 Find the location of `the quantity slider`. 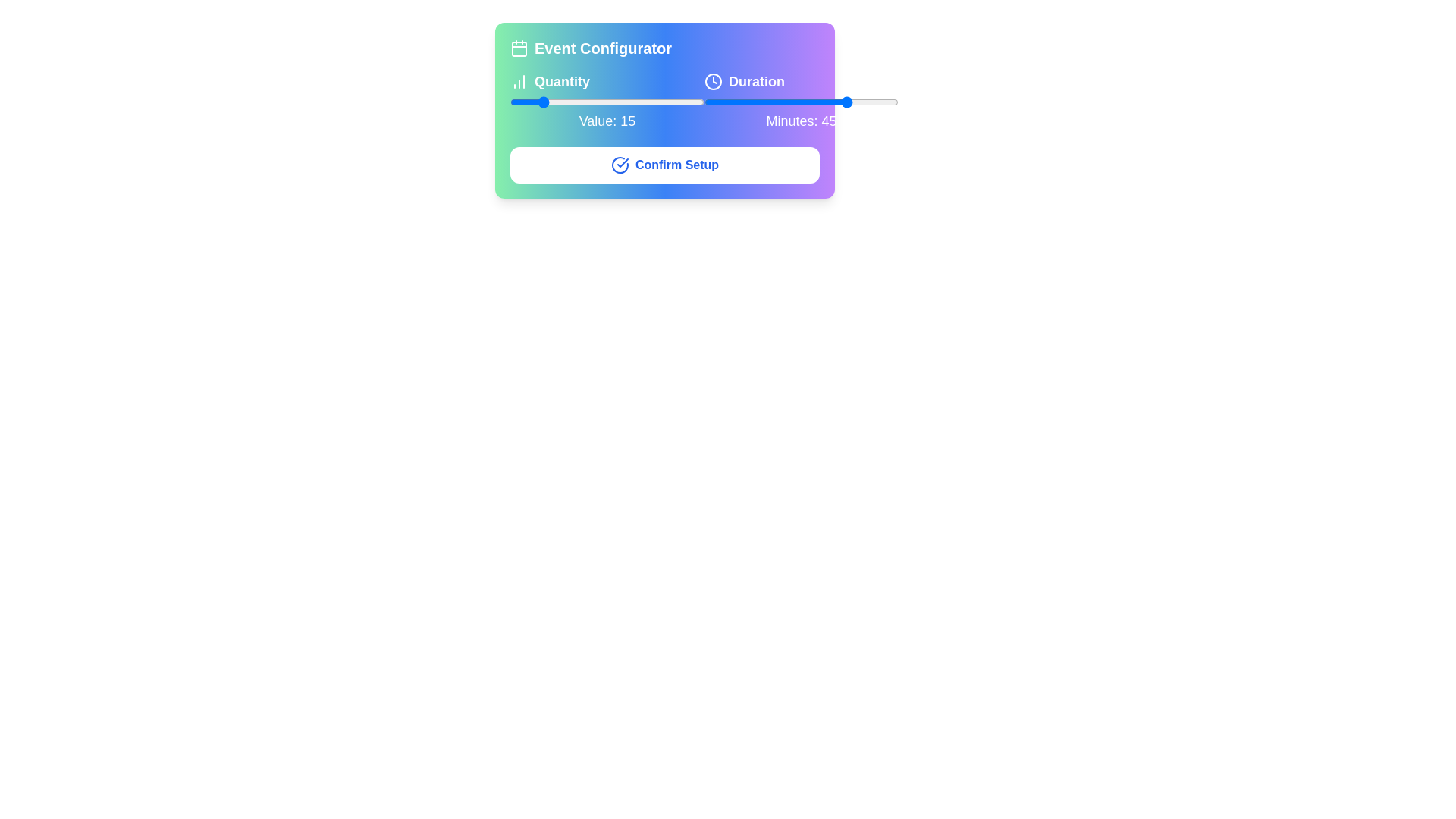

the quantity slider is located at coordinates (535, 102).